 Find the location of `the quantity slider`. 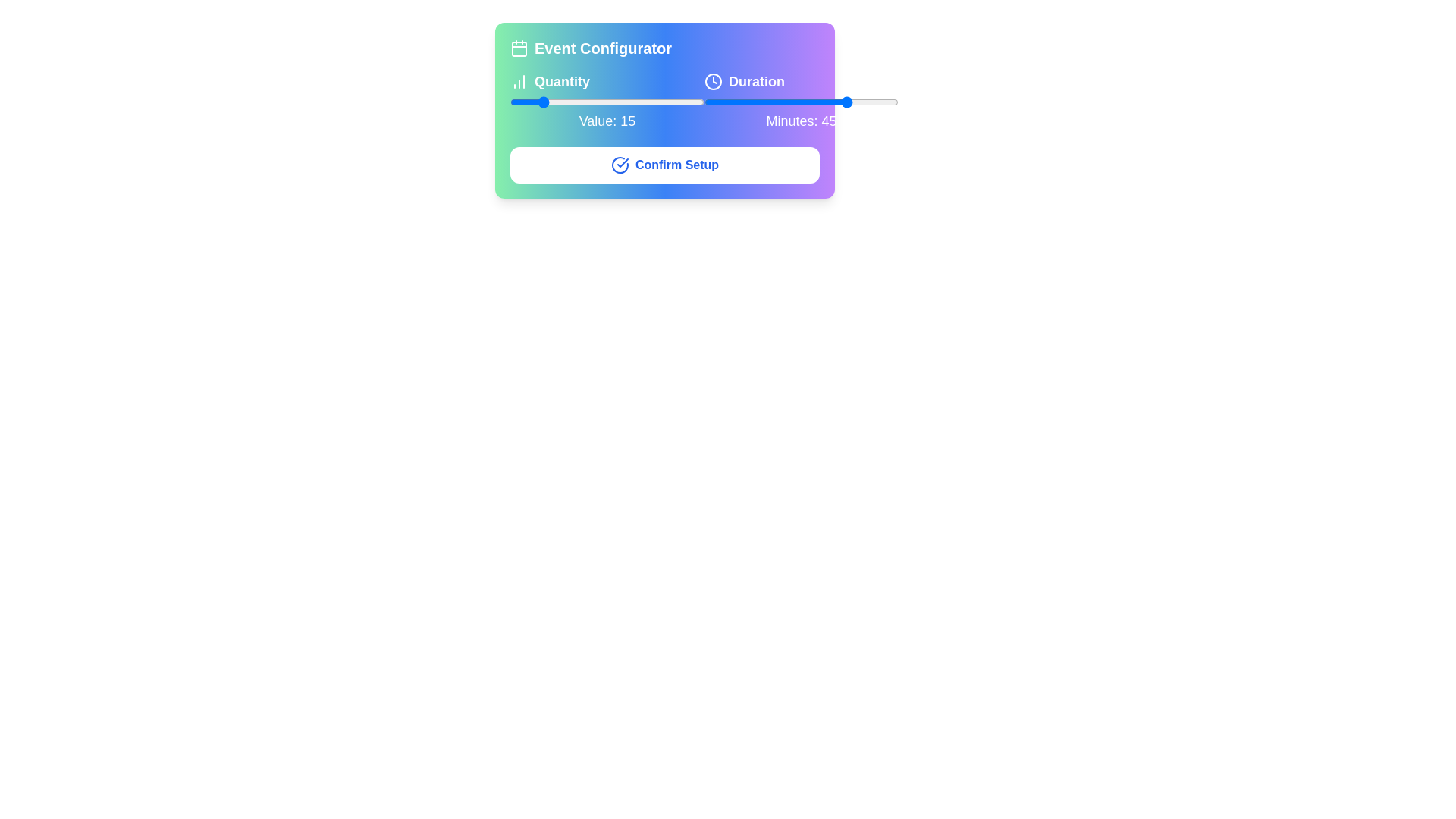

the quantity slider is located at coordinates (535, 102).